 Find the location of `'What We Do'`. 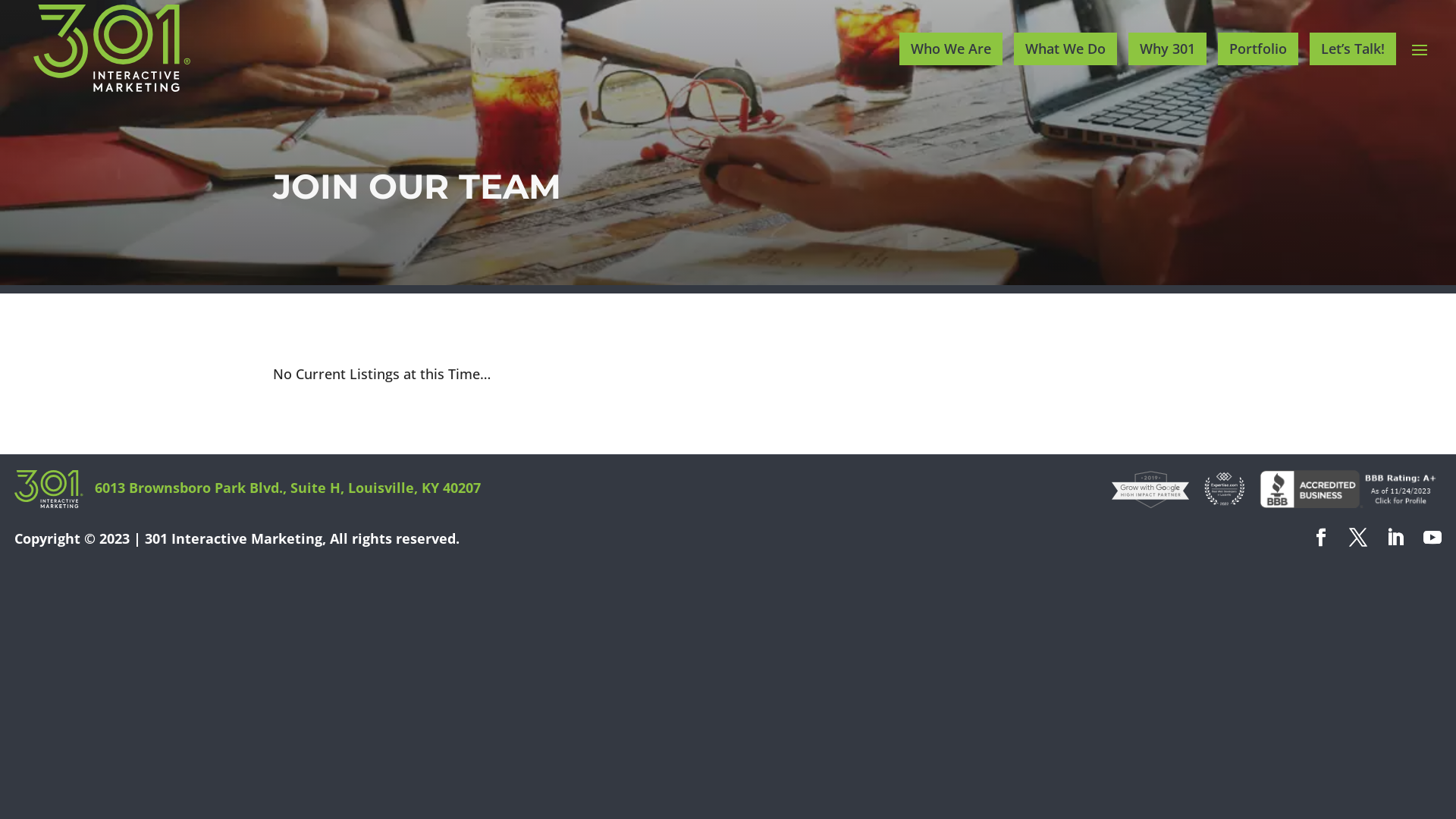

'What We Do' is located at coordinates (1065, 48).